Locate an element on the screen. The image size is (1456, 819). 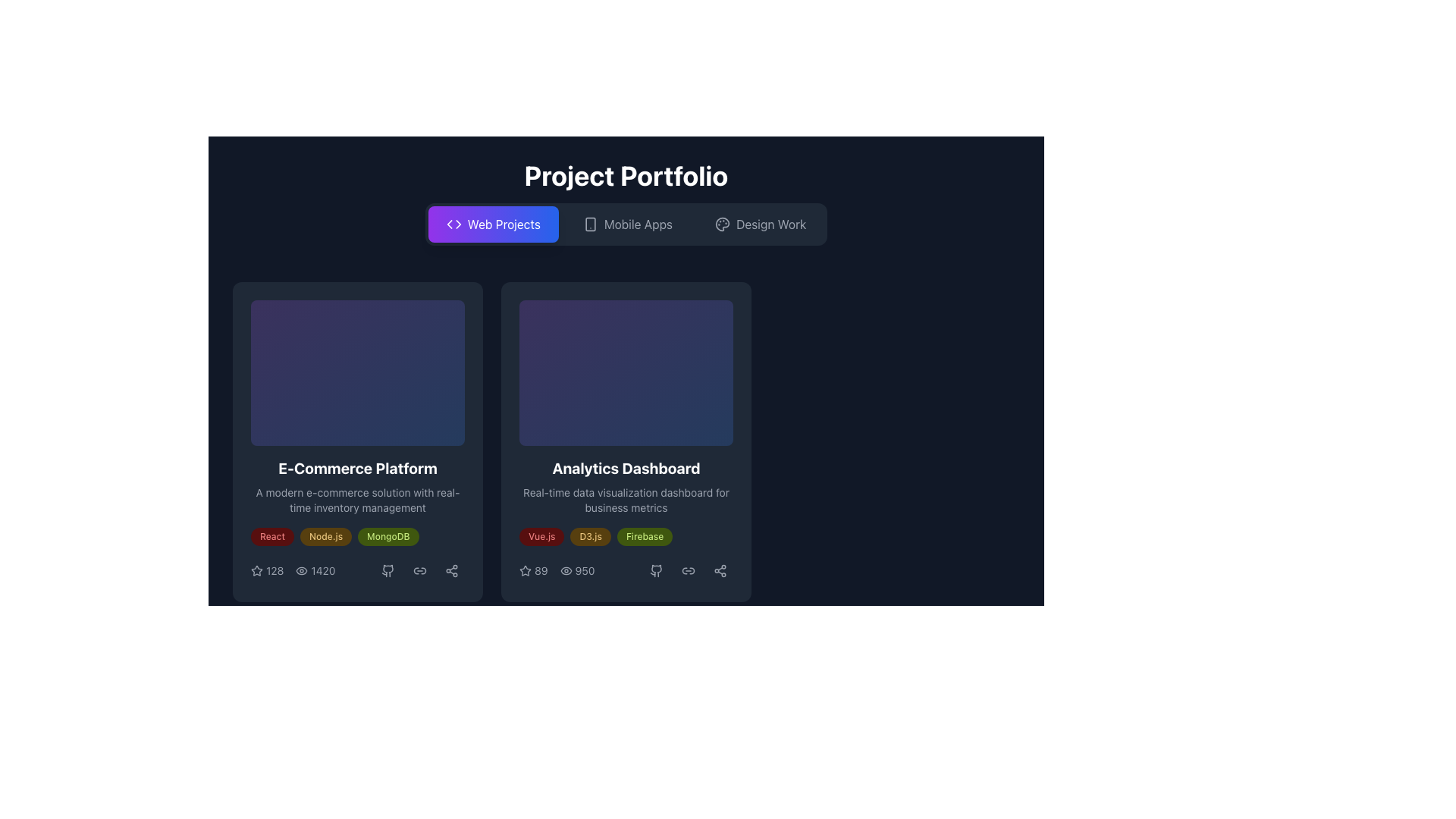
the title text indicating the name of the highlighted project in the first card for copying is located at coordinates (356, 467).